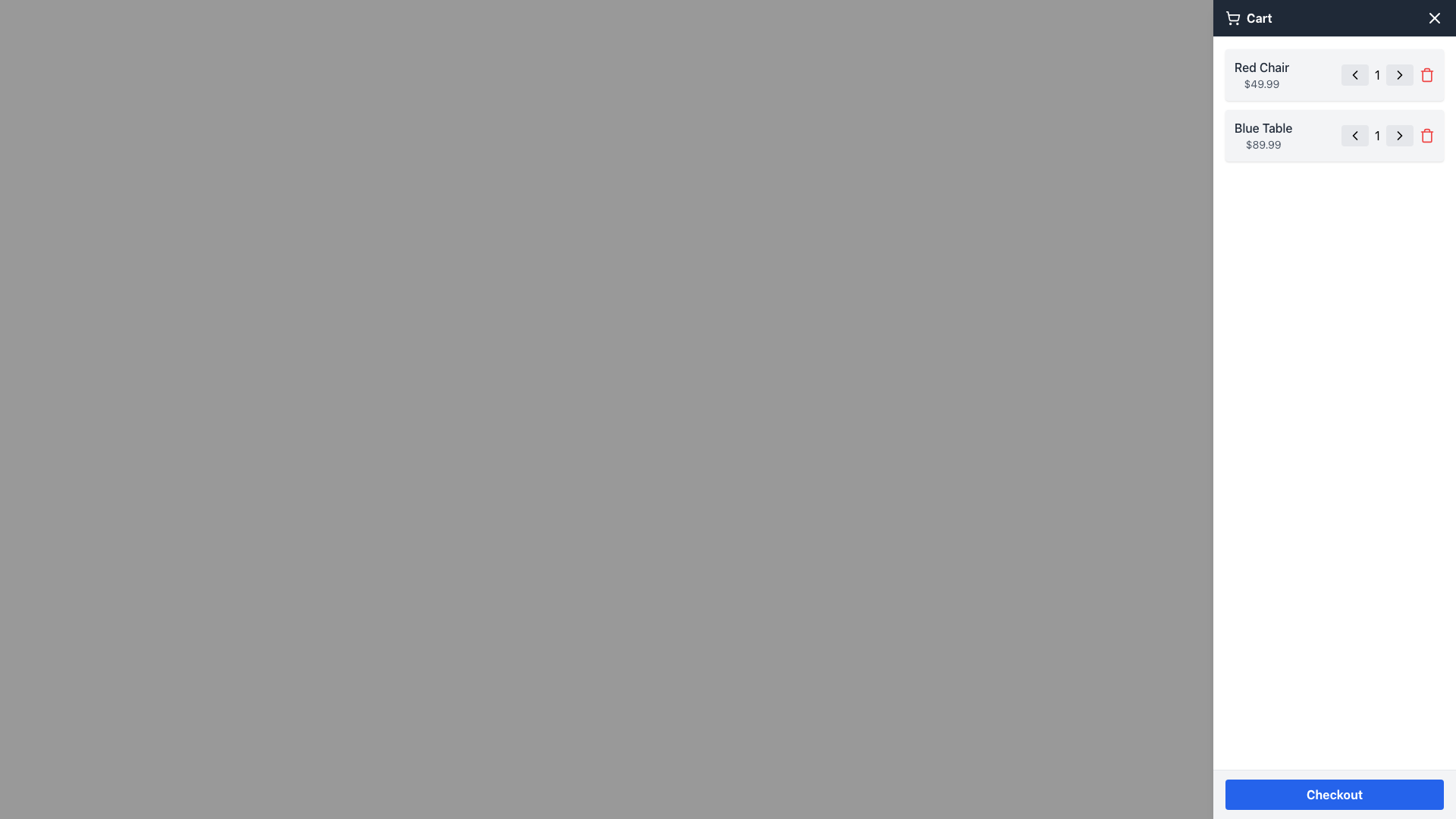  I want to click on text information for the product 'Blue Table' and its price '$89.99' from the text label located in the second product entry in the cart section, so click(1263, 134).